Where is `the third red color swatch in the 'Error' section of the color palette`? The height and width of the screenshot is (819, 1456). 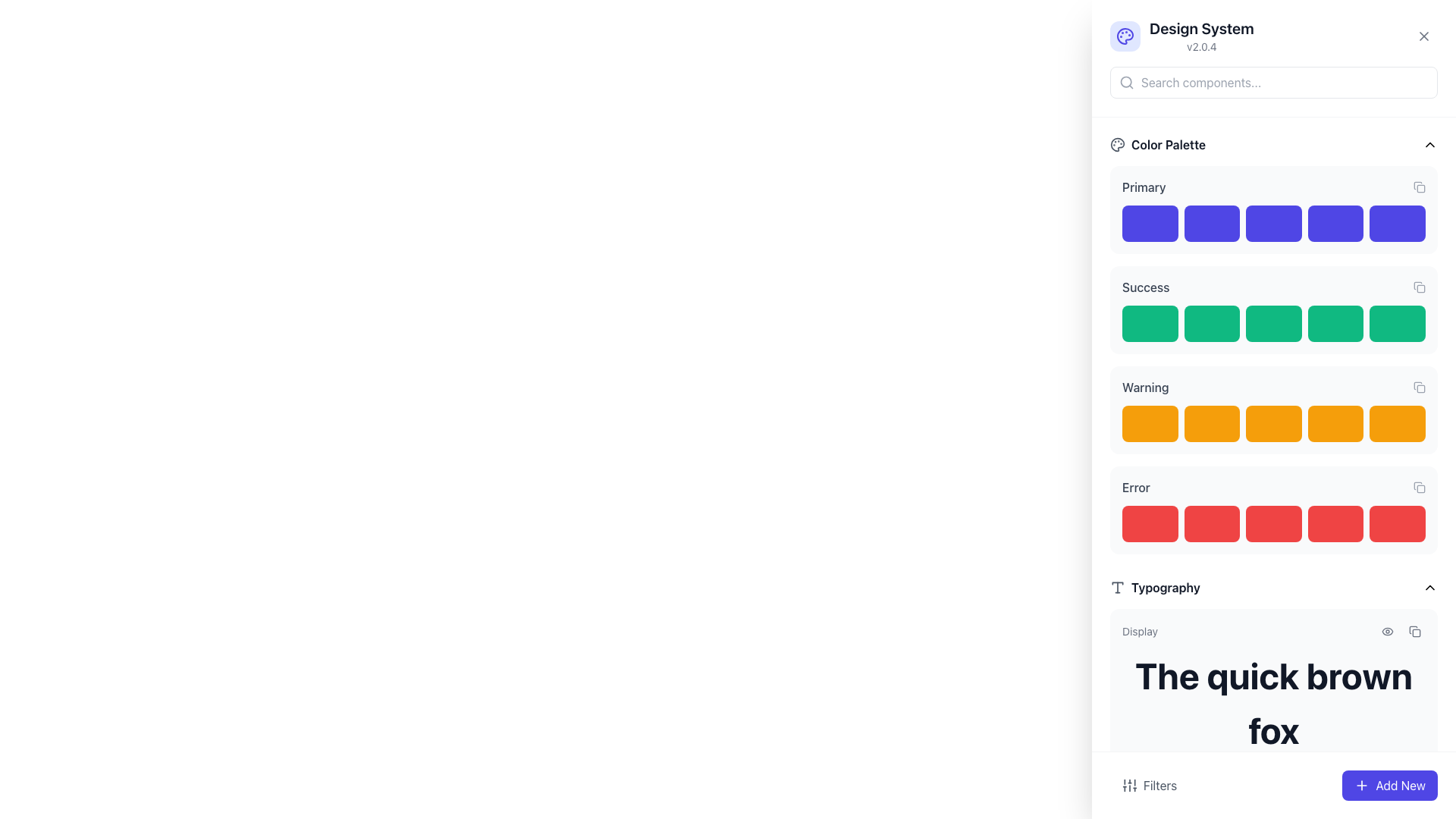
the third red color swatch in the 'Error' section of the color palette is located at coordinates (1274, 522).